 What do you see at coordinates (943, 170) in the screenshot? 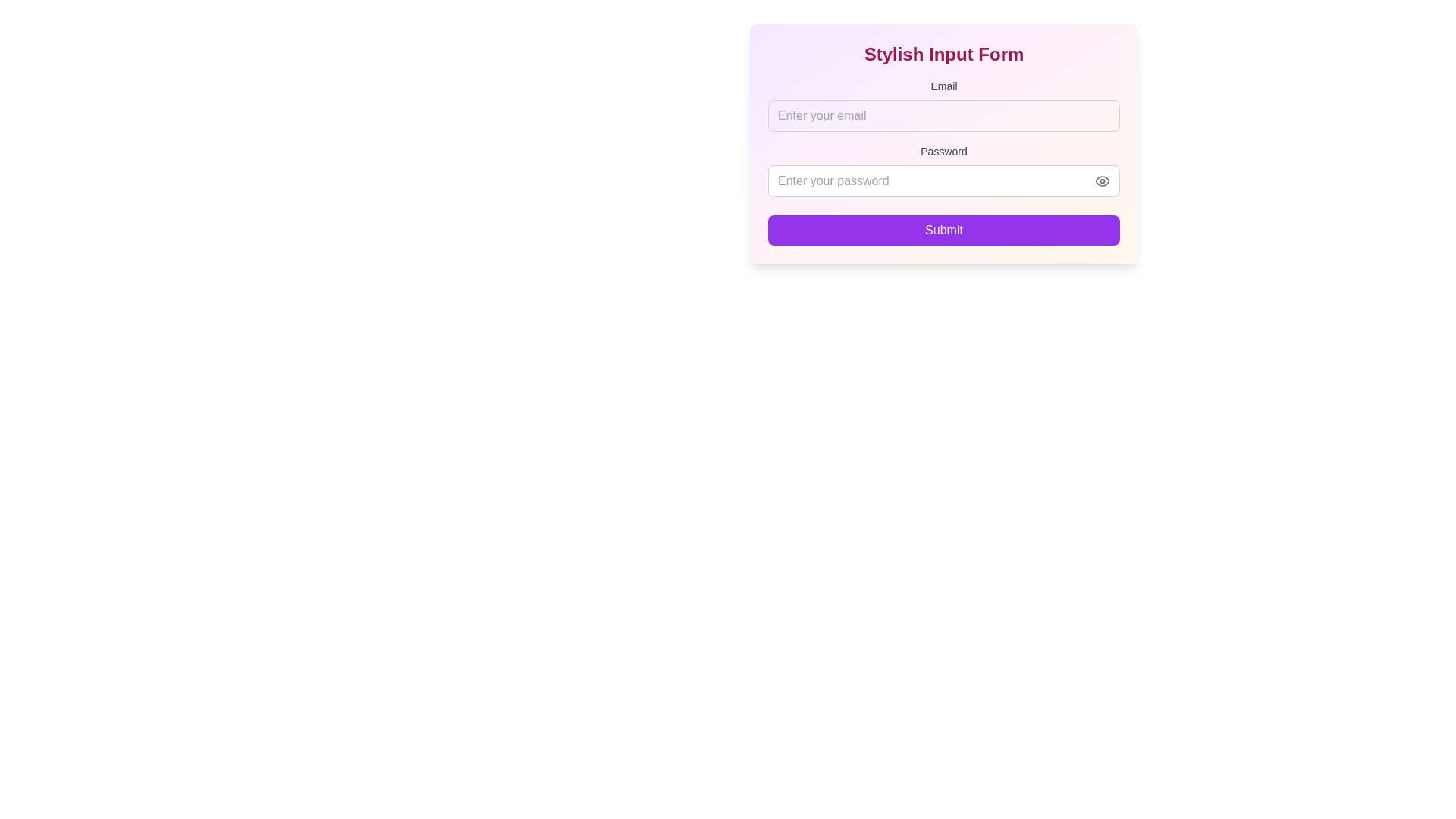
I see `the Password input field that is identified by the text 'Password' above it and contains a placeholder text 'Enter your password'` at bounding box center [943, 170].